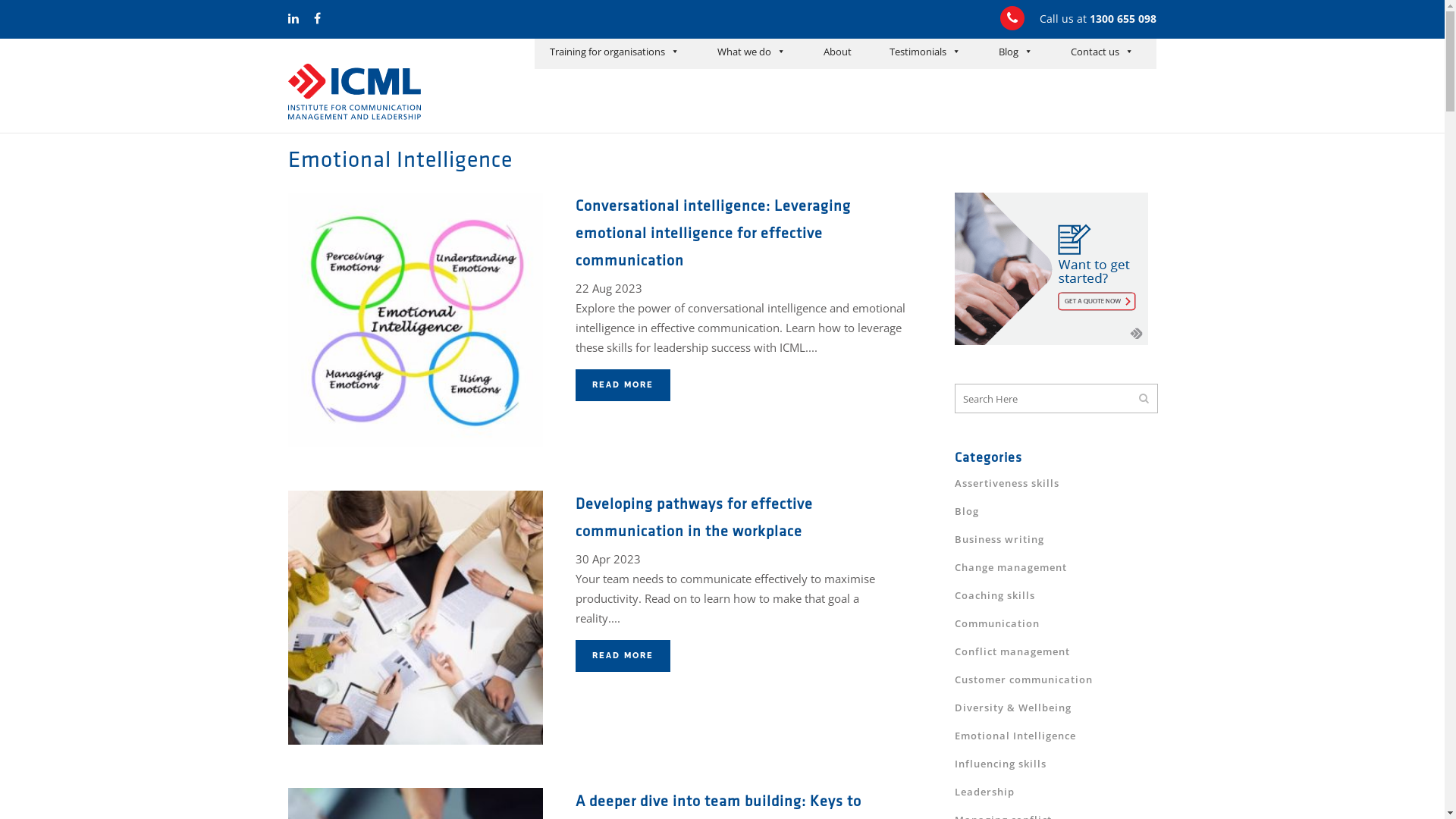 The width and height of the screenshot is (1456, 819). I want to click on 'About', so click(836, 52).